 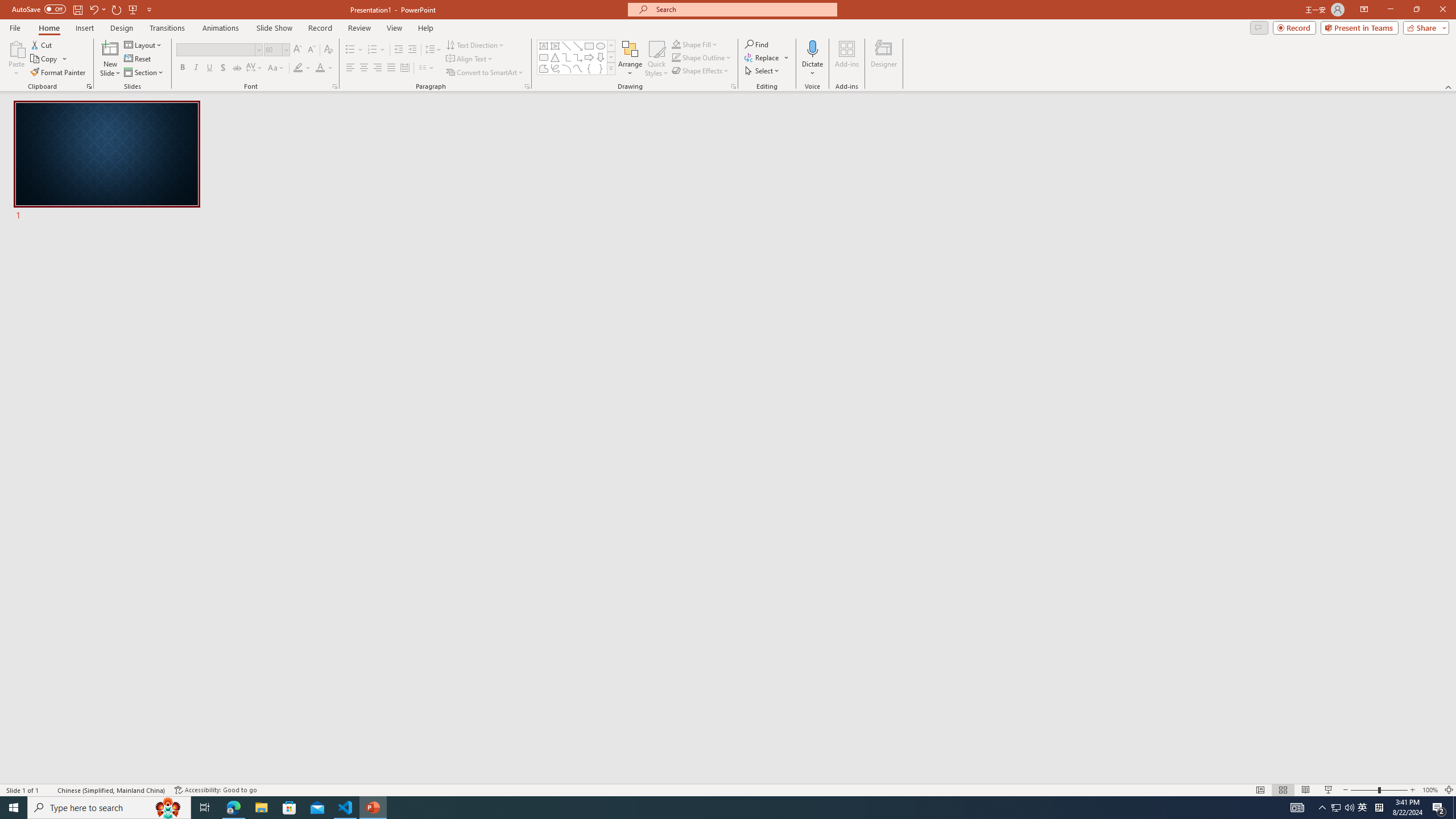 I want to click on 'Align Text', so click(x=470, y=59).